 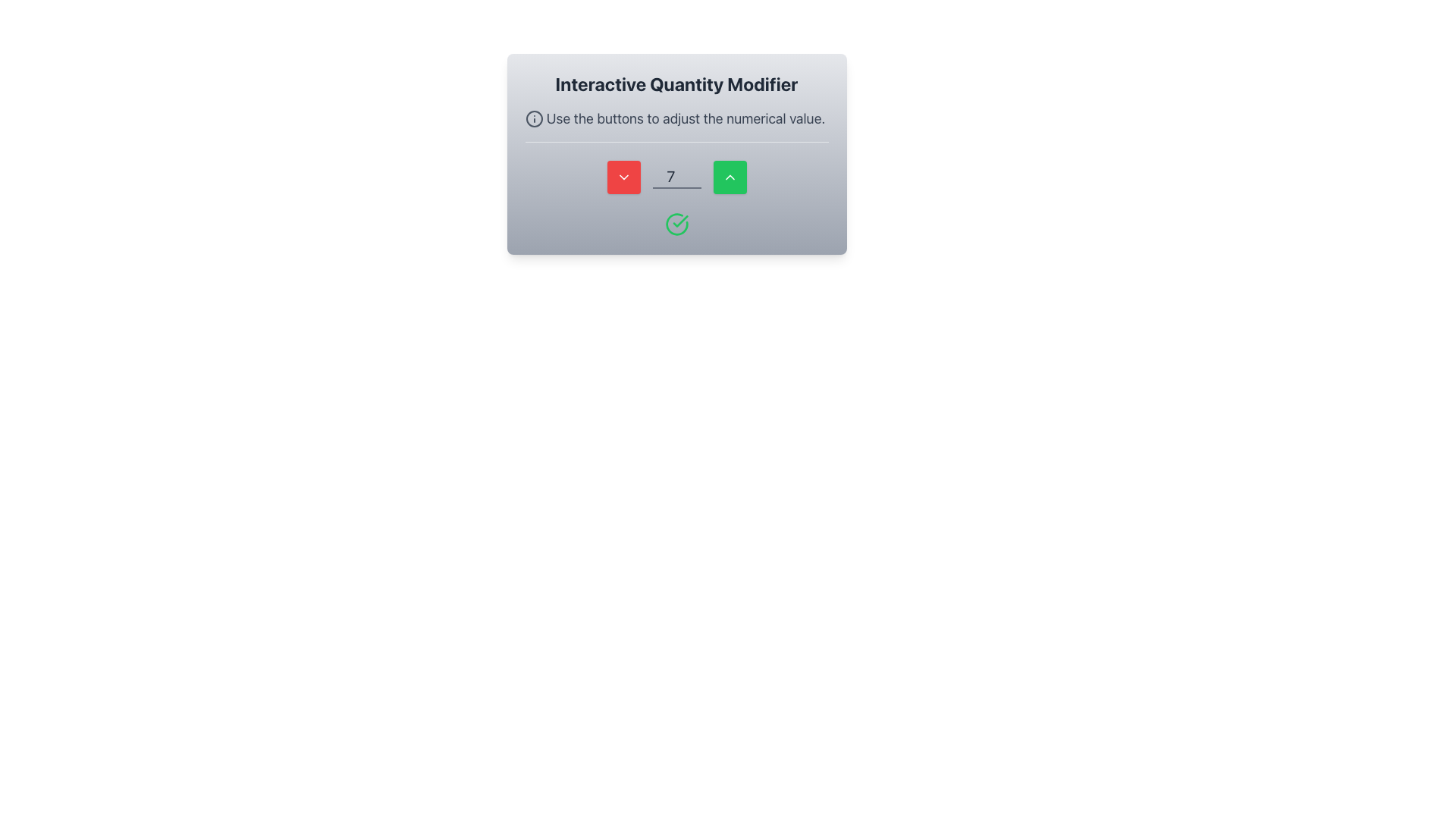 What do you see at coordinates (730, 177) in the screenshot?
I see `the upward-pointing chevron icon within the green button` at bounding box center [730, 177].